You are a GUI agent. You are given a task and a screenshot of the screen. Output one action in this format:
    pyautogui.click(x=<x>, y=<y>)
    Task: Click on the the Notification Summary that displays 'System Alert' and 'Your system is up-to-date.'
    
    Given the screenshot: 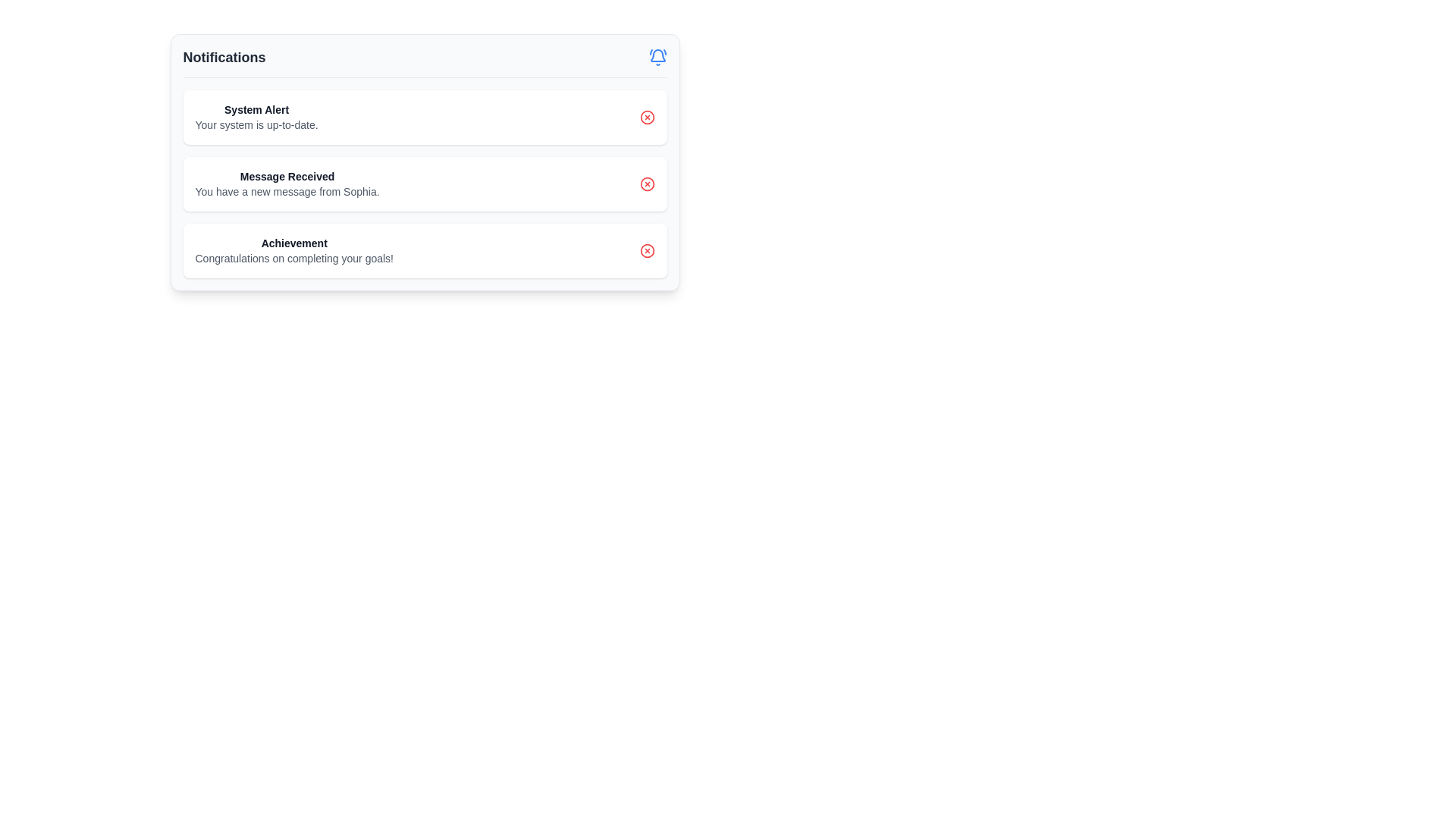 What is the action you would take?
    pyautogui.click(x=256, y=116)
    